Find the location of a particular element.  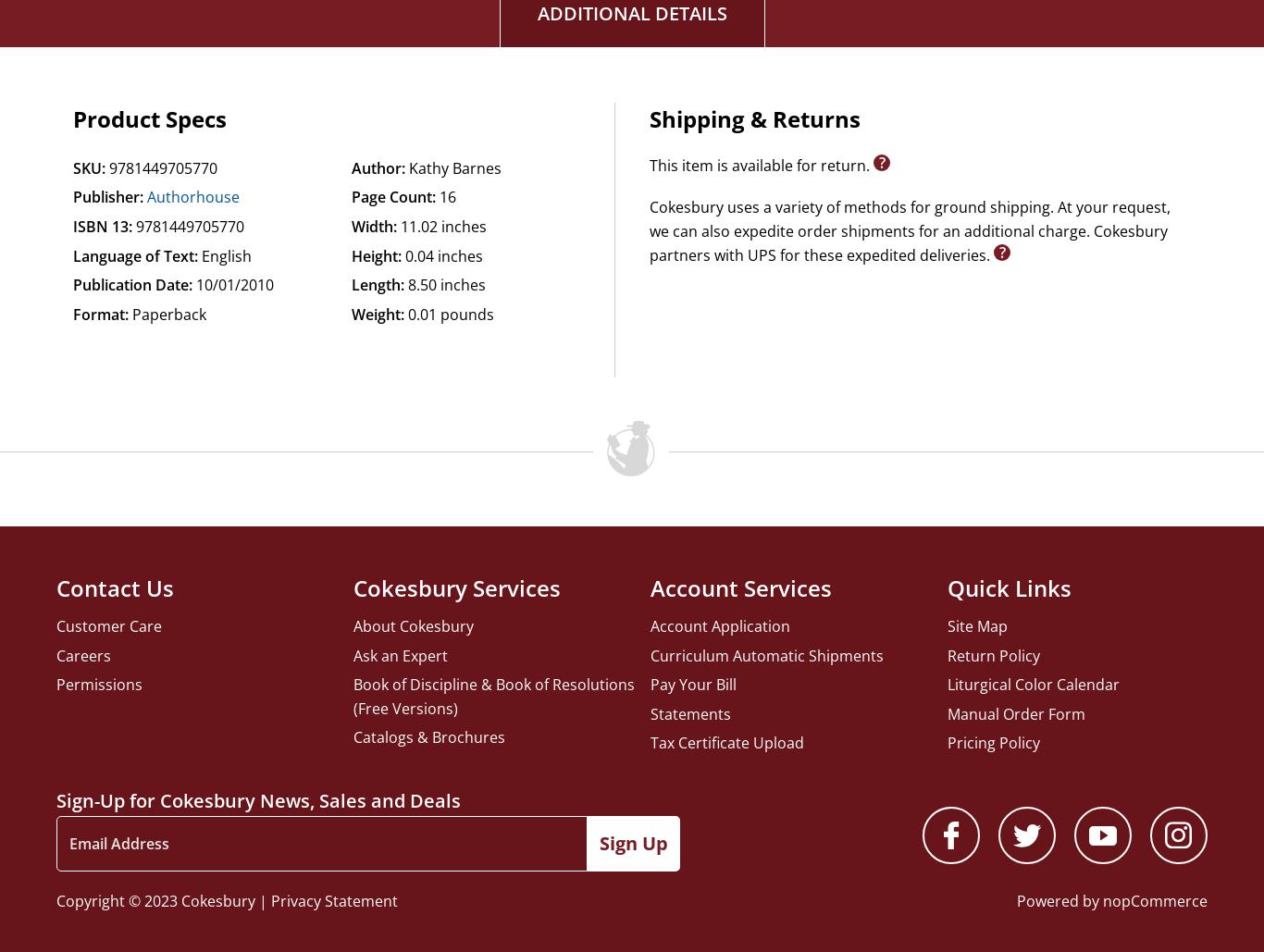

'Powered by' is located at coordinates (1014, 899).